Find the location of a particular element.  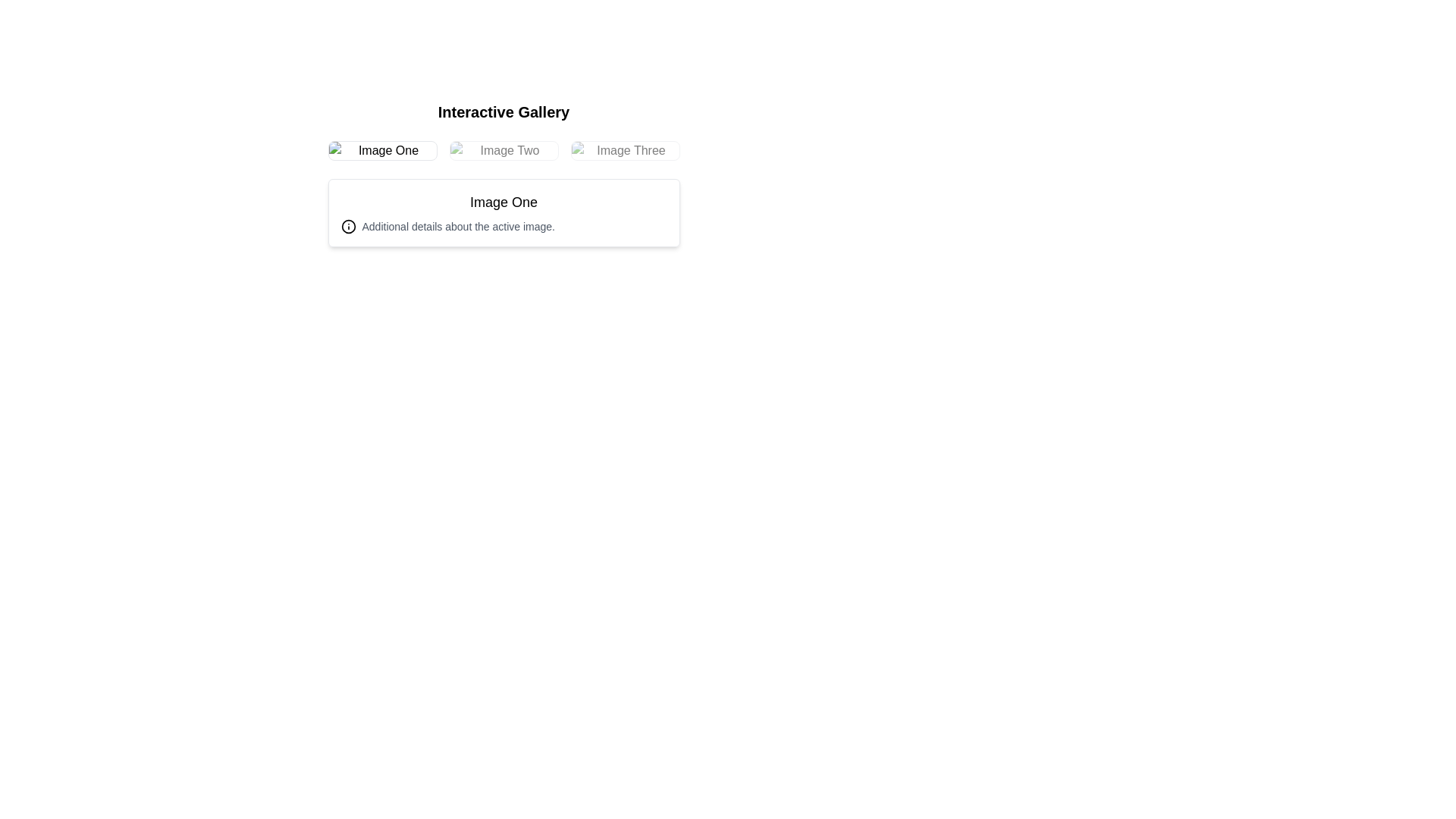

the information icon, which is a minimalistic outlined circle with an 'i', located to the left of the text 'Additional details about the active image.' is located at coordinates (347, 227).